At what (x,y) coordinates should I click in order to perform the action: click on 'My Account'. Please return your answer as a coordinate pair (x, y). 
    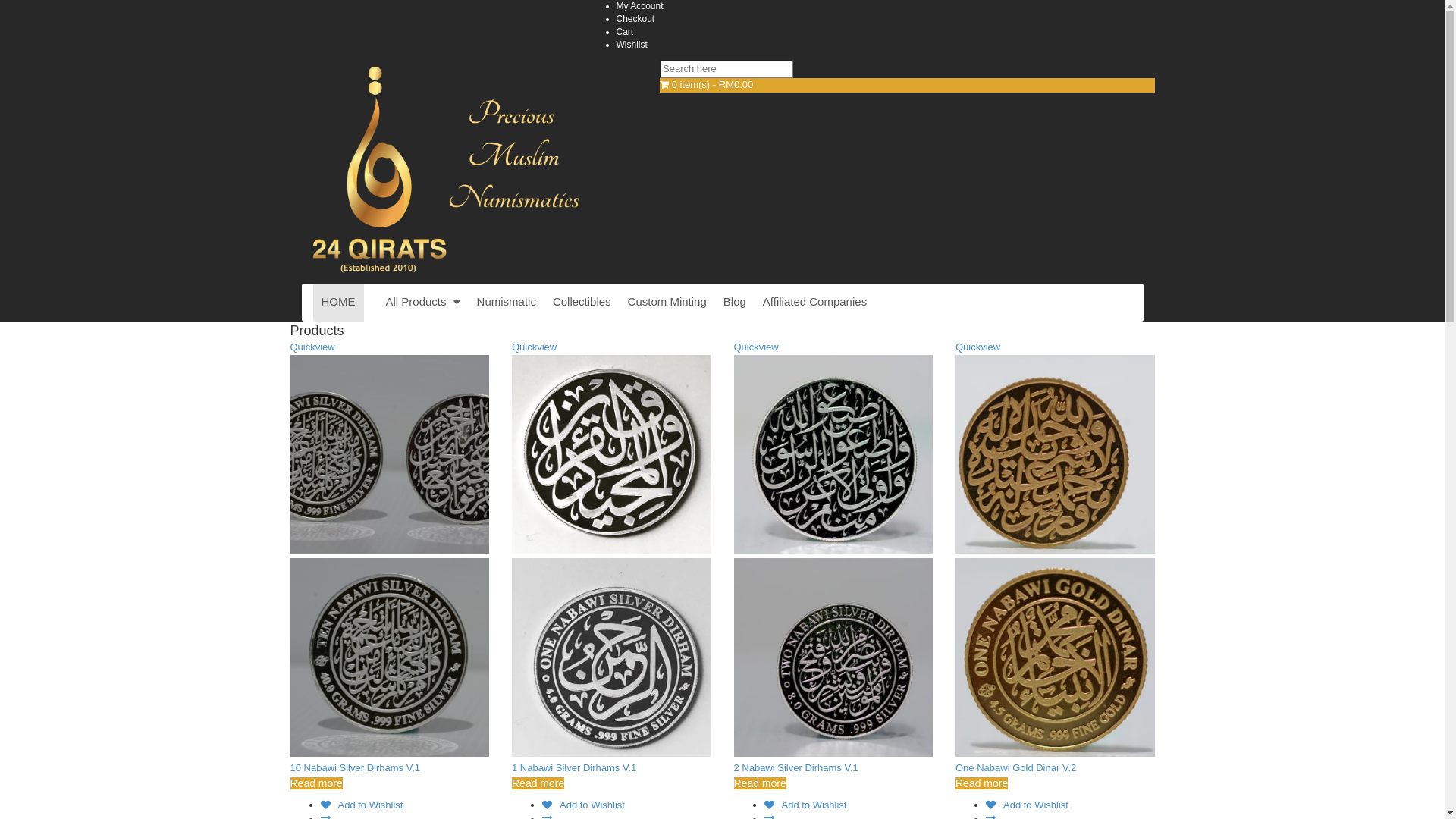
    Looking at the image, I should click on (639, 5).